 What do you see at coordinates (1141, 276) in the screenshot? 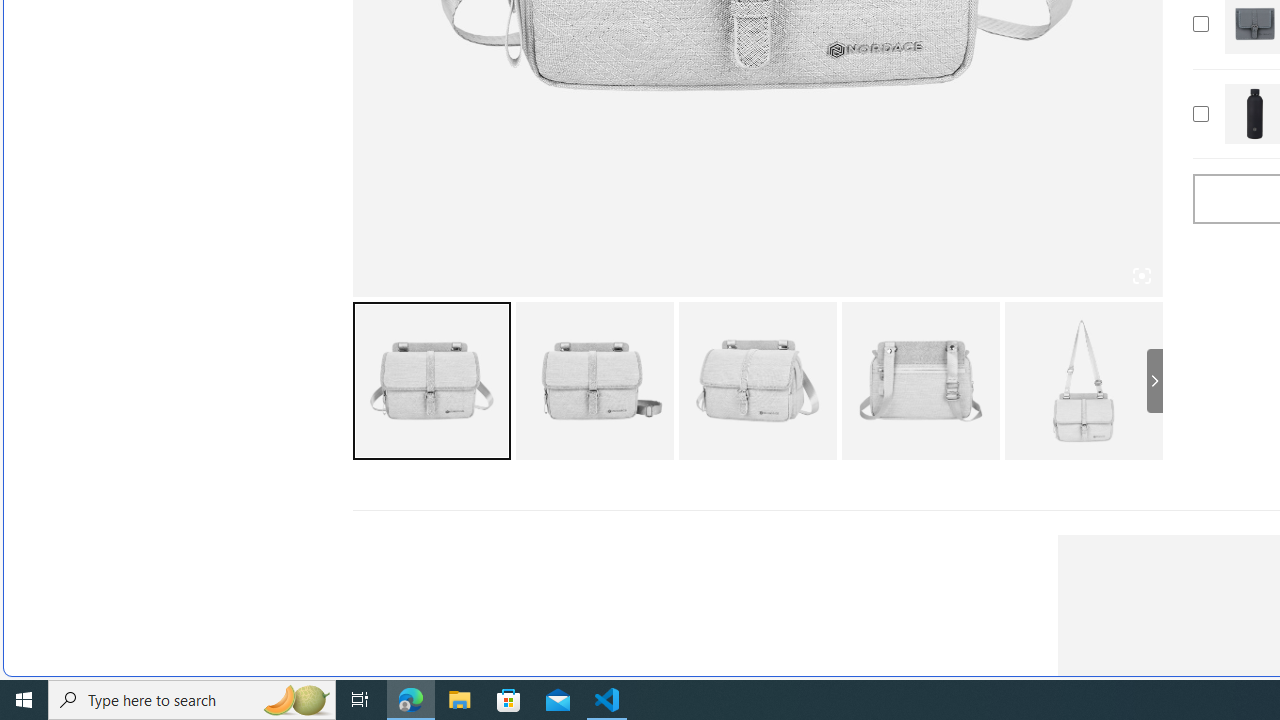
I see `'Class: iconic-woothumbs-fullscreen'` at bounding box center [1141, 276].